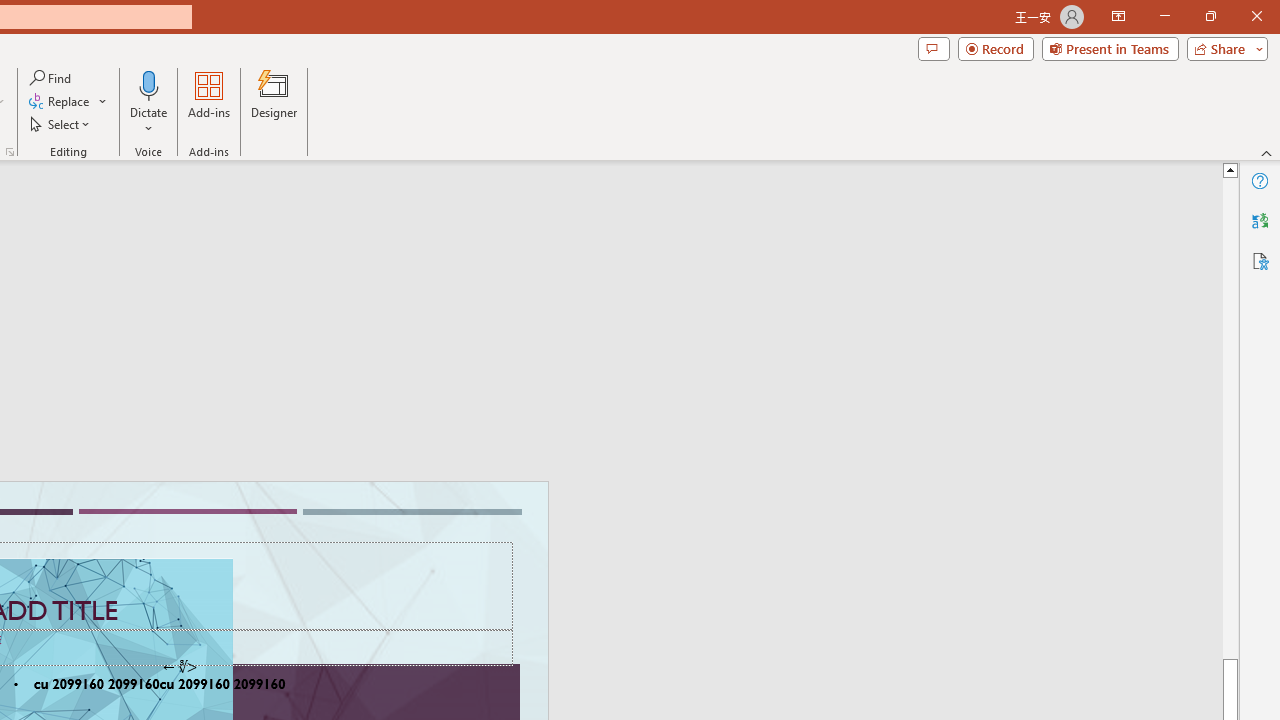 The image size is (1280, 720). Describe the element at coordinates (179, 667) in the screenshot. I see `'TextBox 7'` at that location.